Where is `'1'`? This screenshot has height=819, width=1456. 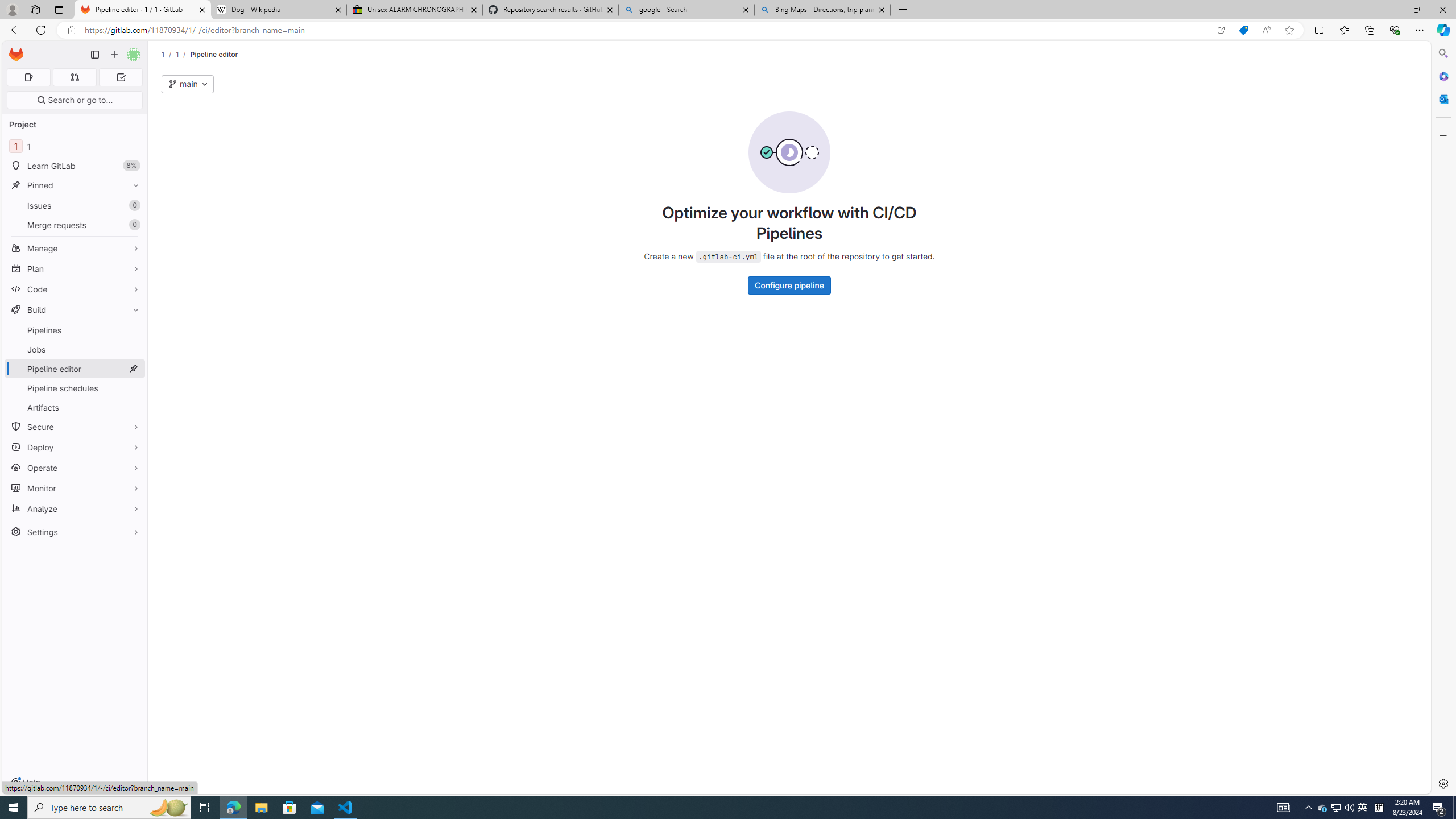
'1' is located at coordinates (177, 54).